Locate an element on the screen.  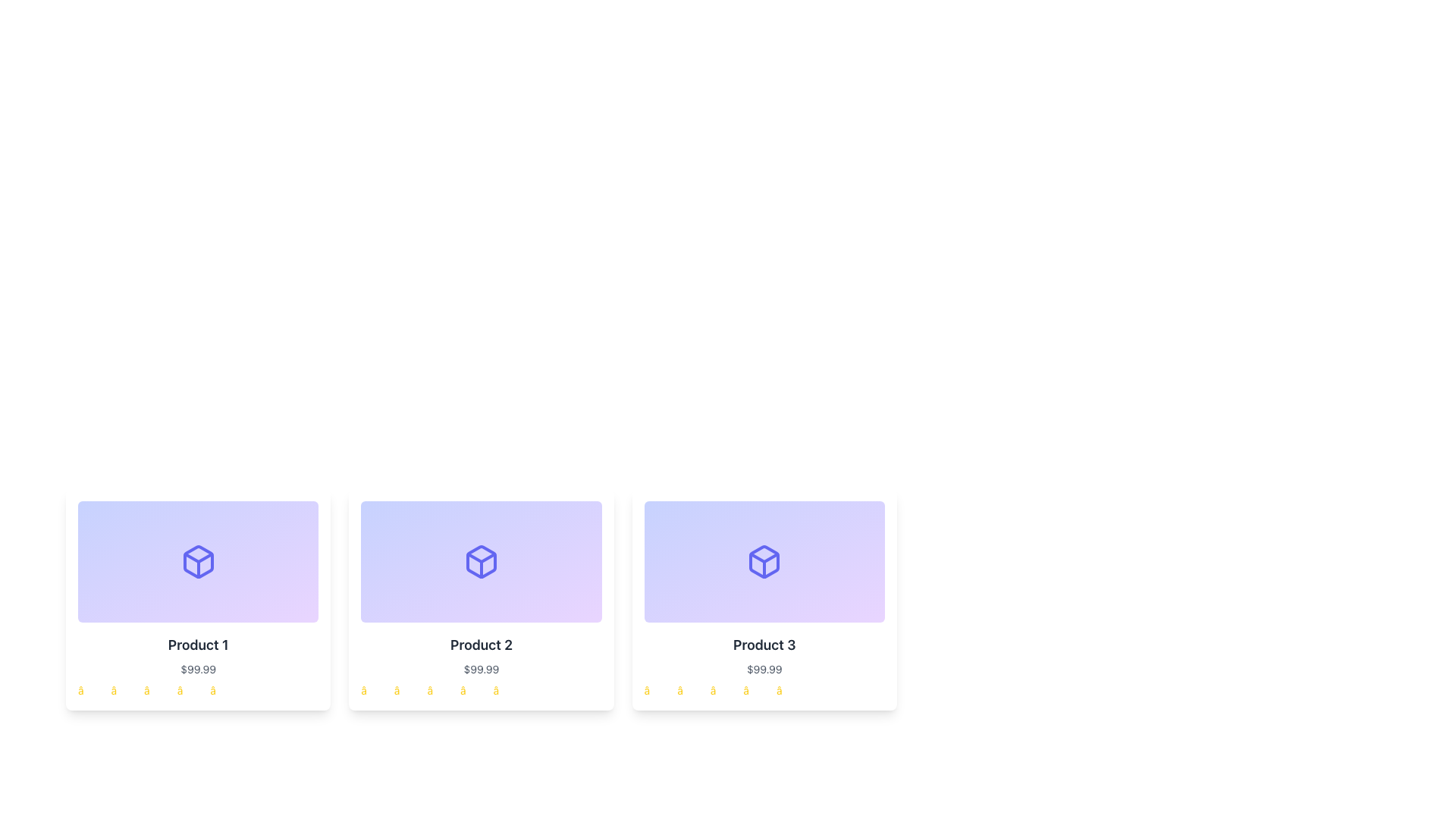
the decorative panel with a gradient background and a box icon located at the top of the card labeled 'Product 1' is located at coordinates (197, 561).